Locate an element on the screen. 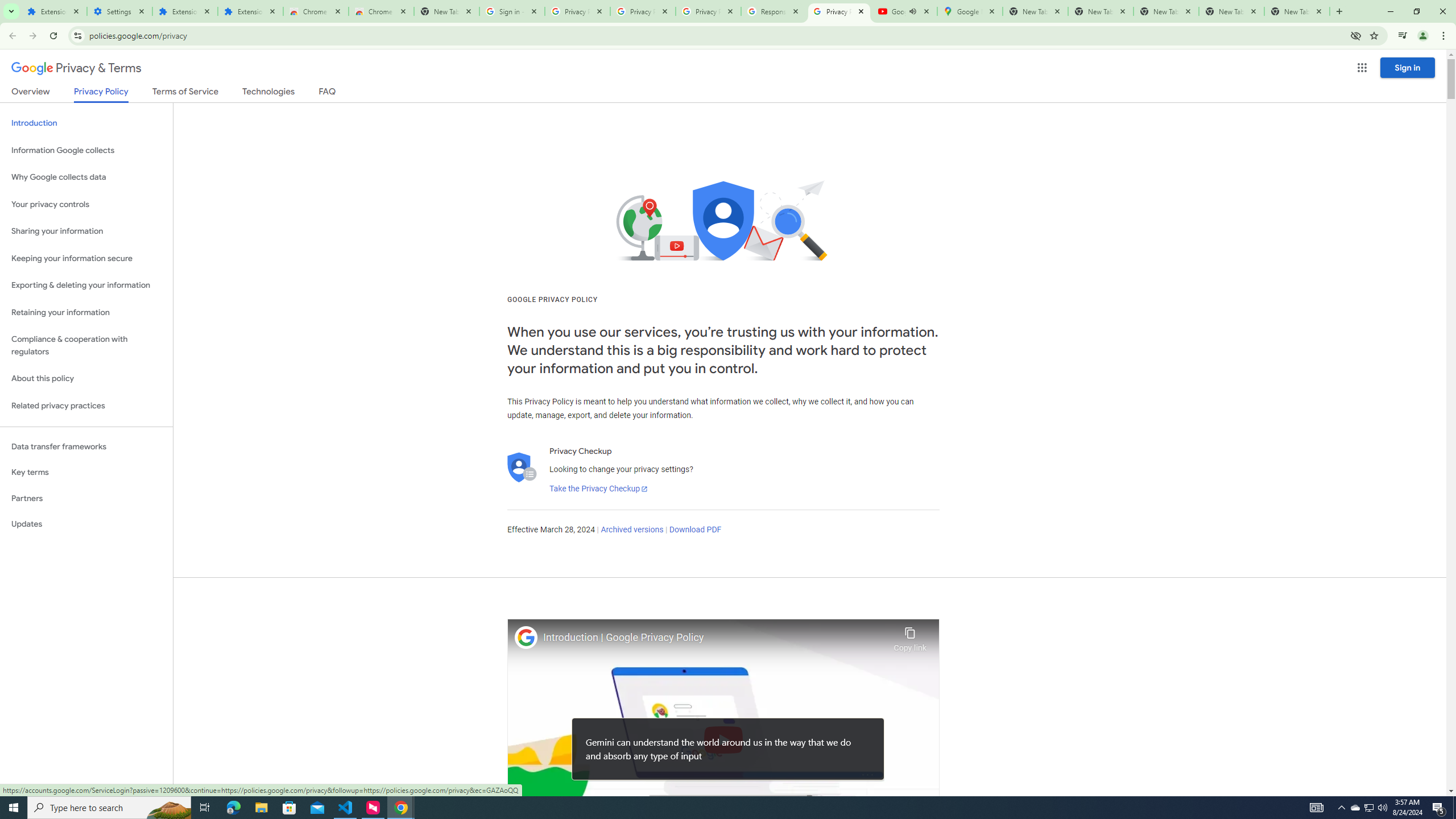 The width and height of the screenshot is (1456, 819). 'Technologies' is located at coordinates (268, 93).